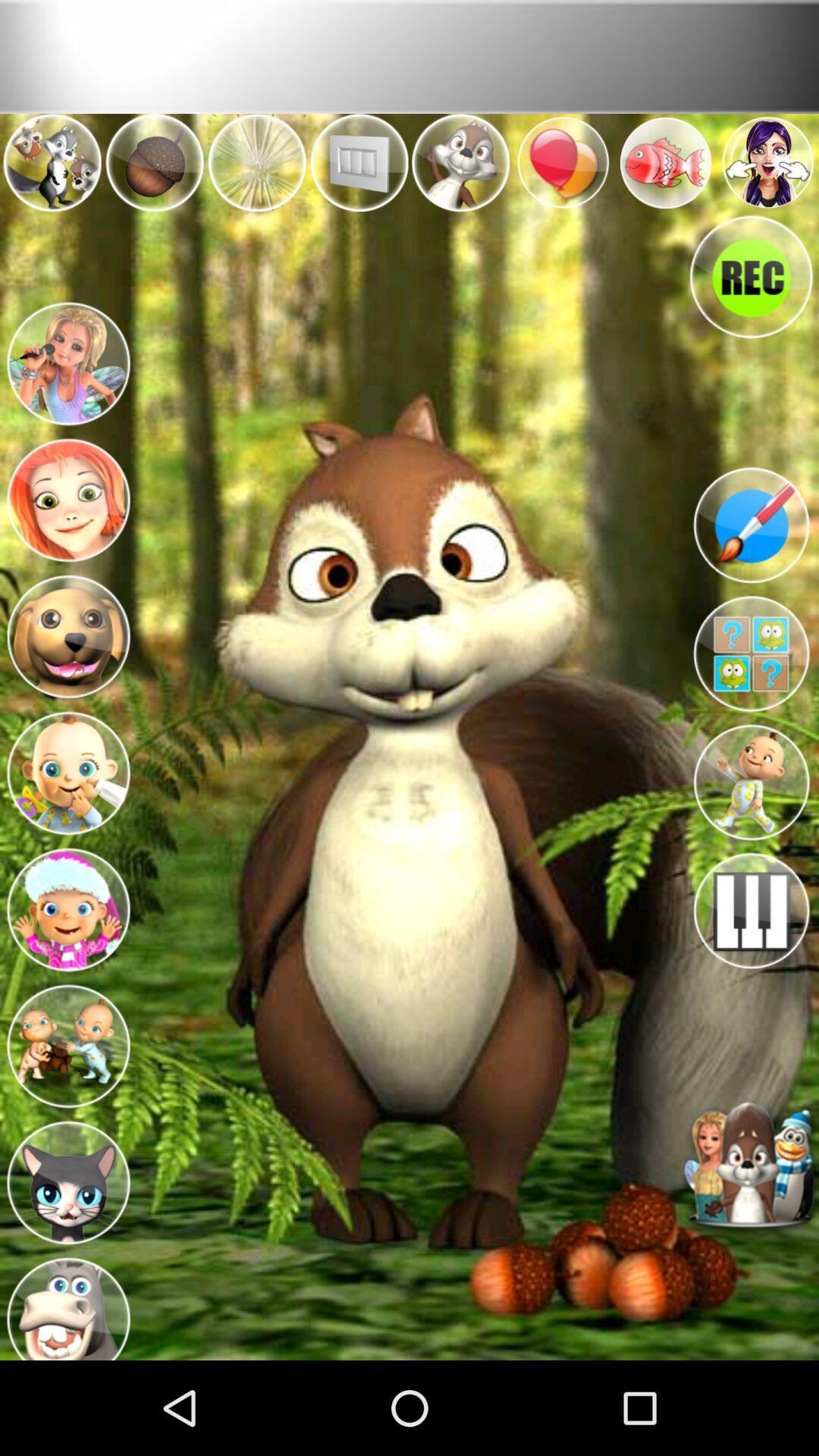  Describe the element at coordinates (67, 495) in the screenshot. I see `red hair female filter` at that location.